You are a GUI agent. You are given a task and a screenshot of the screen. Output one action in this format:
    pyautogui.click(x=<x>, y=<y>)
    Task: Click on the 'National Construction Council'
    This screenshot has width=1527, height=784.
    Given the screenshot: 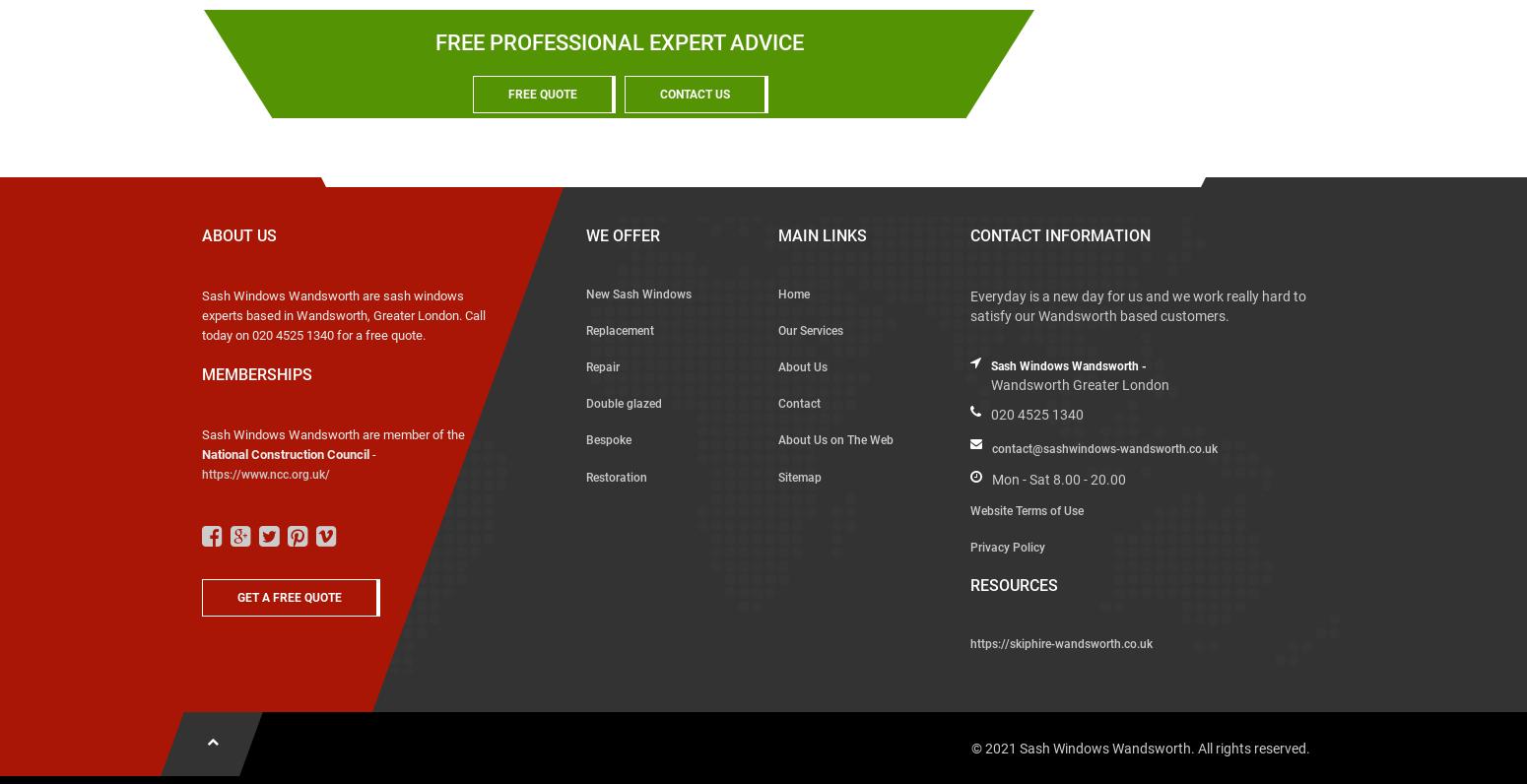 What is the action you would take?
    pyautogui.click(x=286, y=453)
    